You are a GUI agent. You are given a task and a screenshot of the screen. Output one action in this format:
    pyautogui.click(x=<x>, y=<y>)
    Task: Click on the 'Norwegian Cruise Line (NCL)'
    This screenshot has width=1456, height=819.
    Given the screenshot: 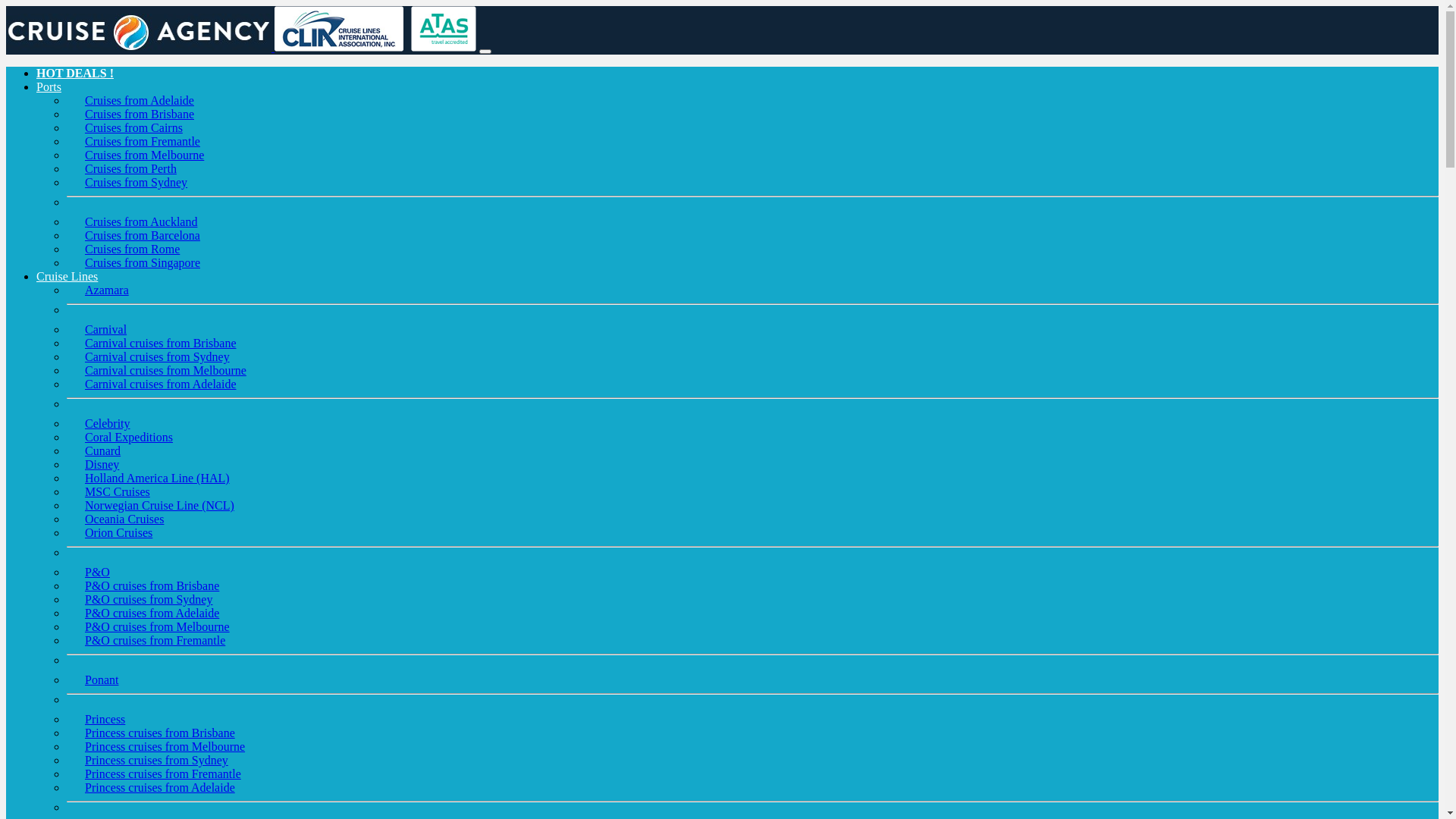 What is the action you would take?
    pyautogui.click(x=159, y=505)
    